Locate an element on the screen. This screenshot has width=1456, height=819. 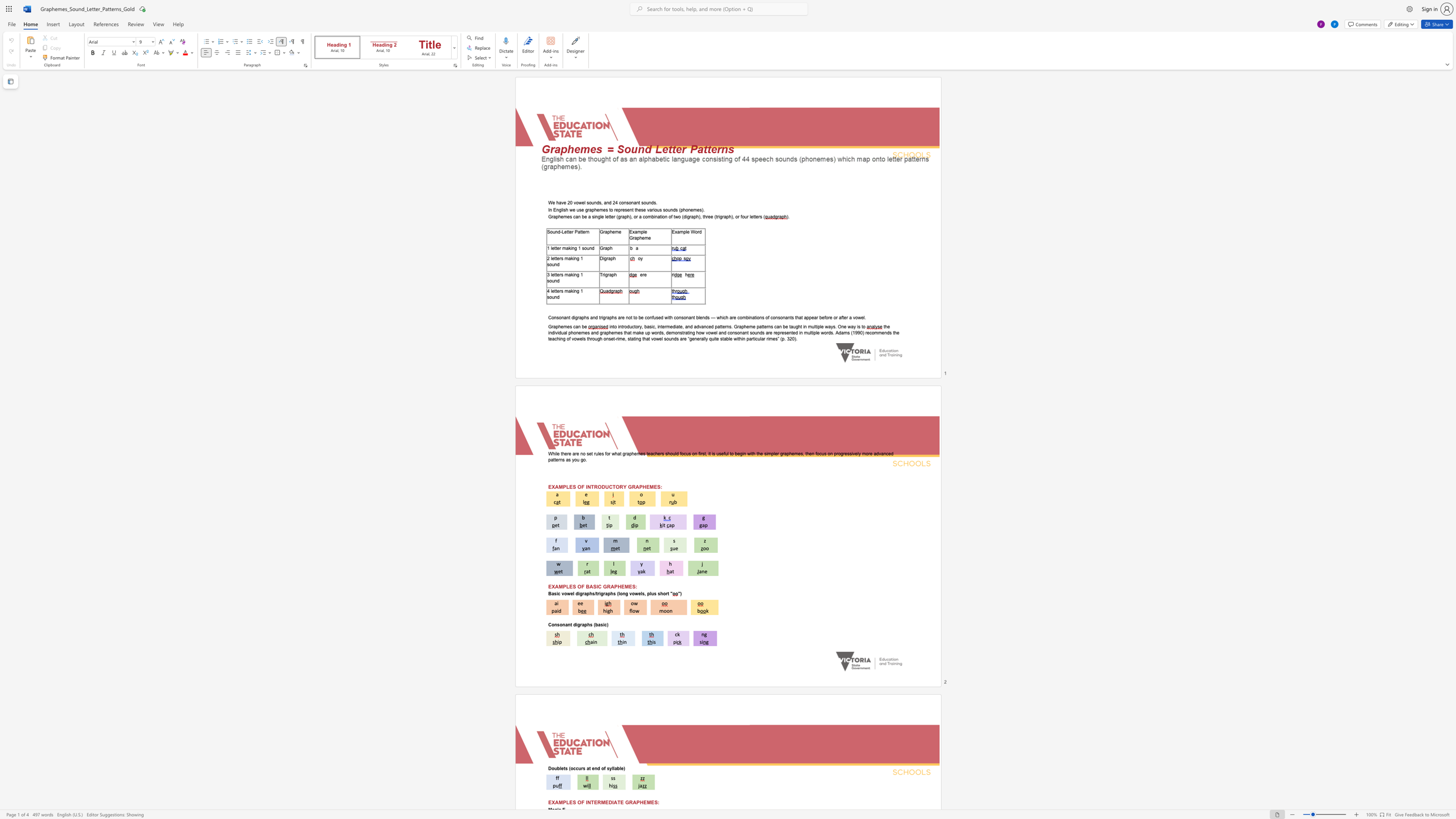
the subset text "es, then focus on progressively more advanced patterns as yo" within the text "While there are no set rules for what graphemes teachers should focus on first, it is useful to begin with the simpler graphemes, then focus on progressively more advanced patterns as you go" is located at coordinates (798, 453).